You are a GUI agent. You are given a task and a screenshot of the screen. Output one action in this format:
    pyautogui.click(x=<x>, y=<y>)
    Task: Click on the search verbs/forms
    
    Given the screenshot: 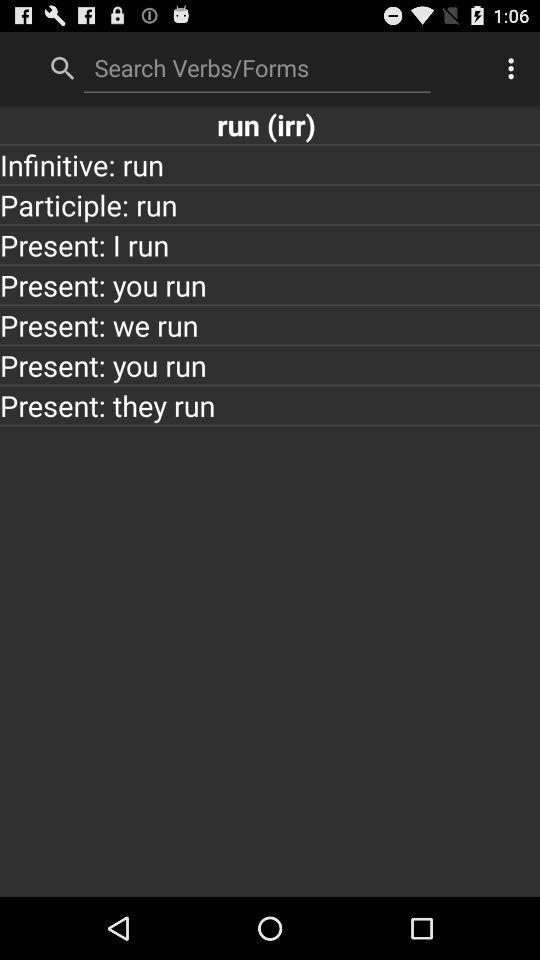 What is the action you would take?
    pyautogui.click(x=257, y=67)
    